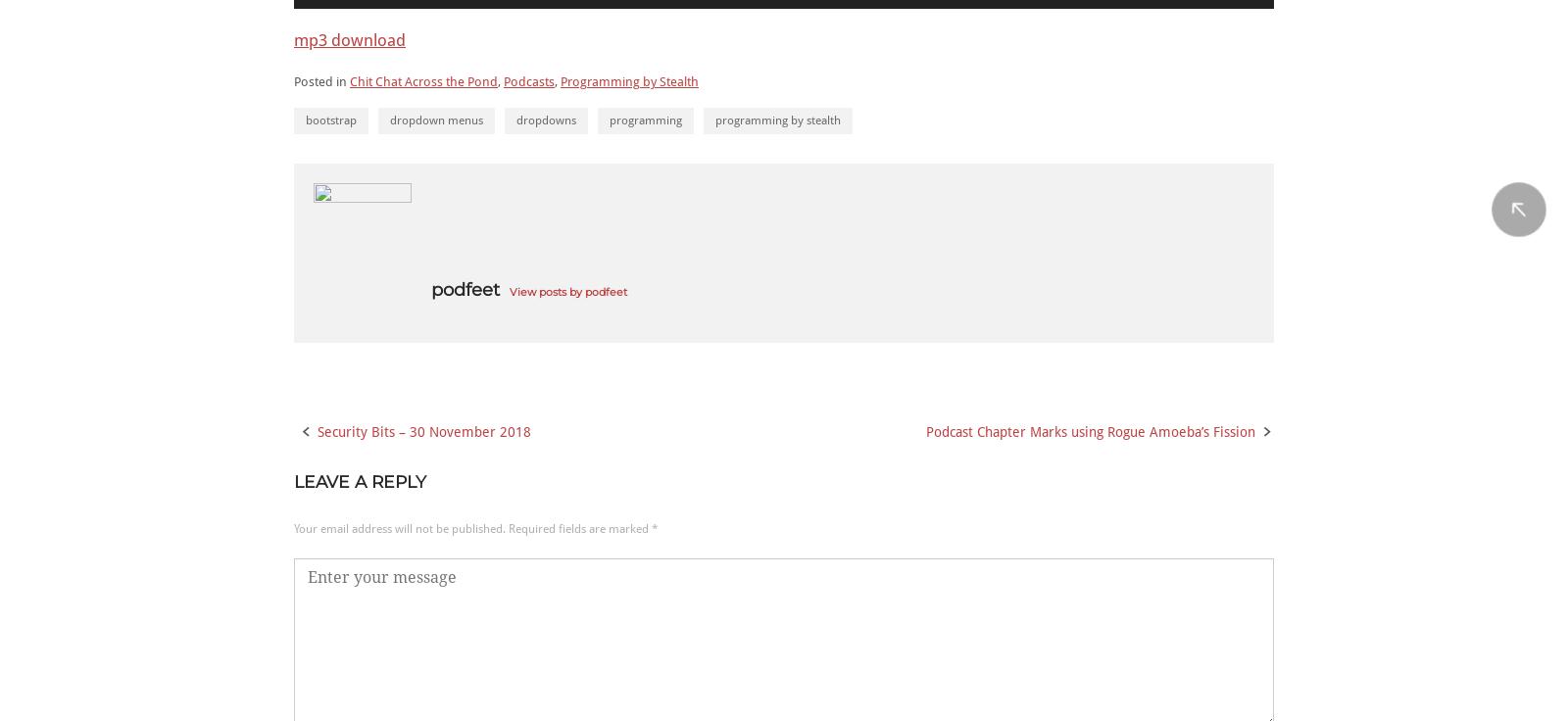 Image resolution: width=1568 pixels, height=721 pixels. Describe the element at coordinates (777, 119) in the screenshot. I see `'programming by stealth'` at that location.